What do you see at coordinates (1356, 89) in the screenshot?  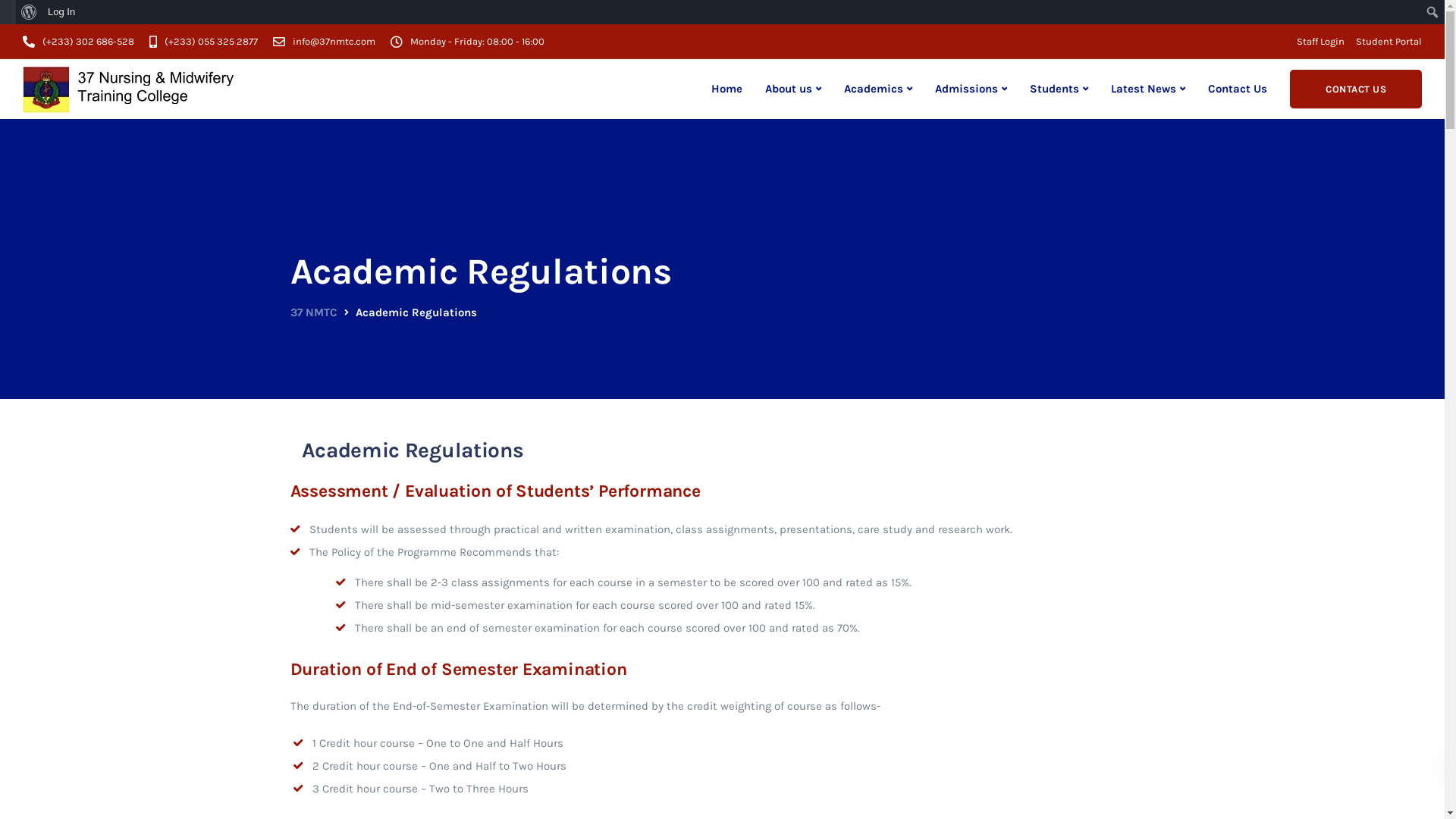 I see `'CONTACT US'` at bounding box center [1356, 89].